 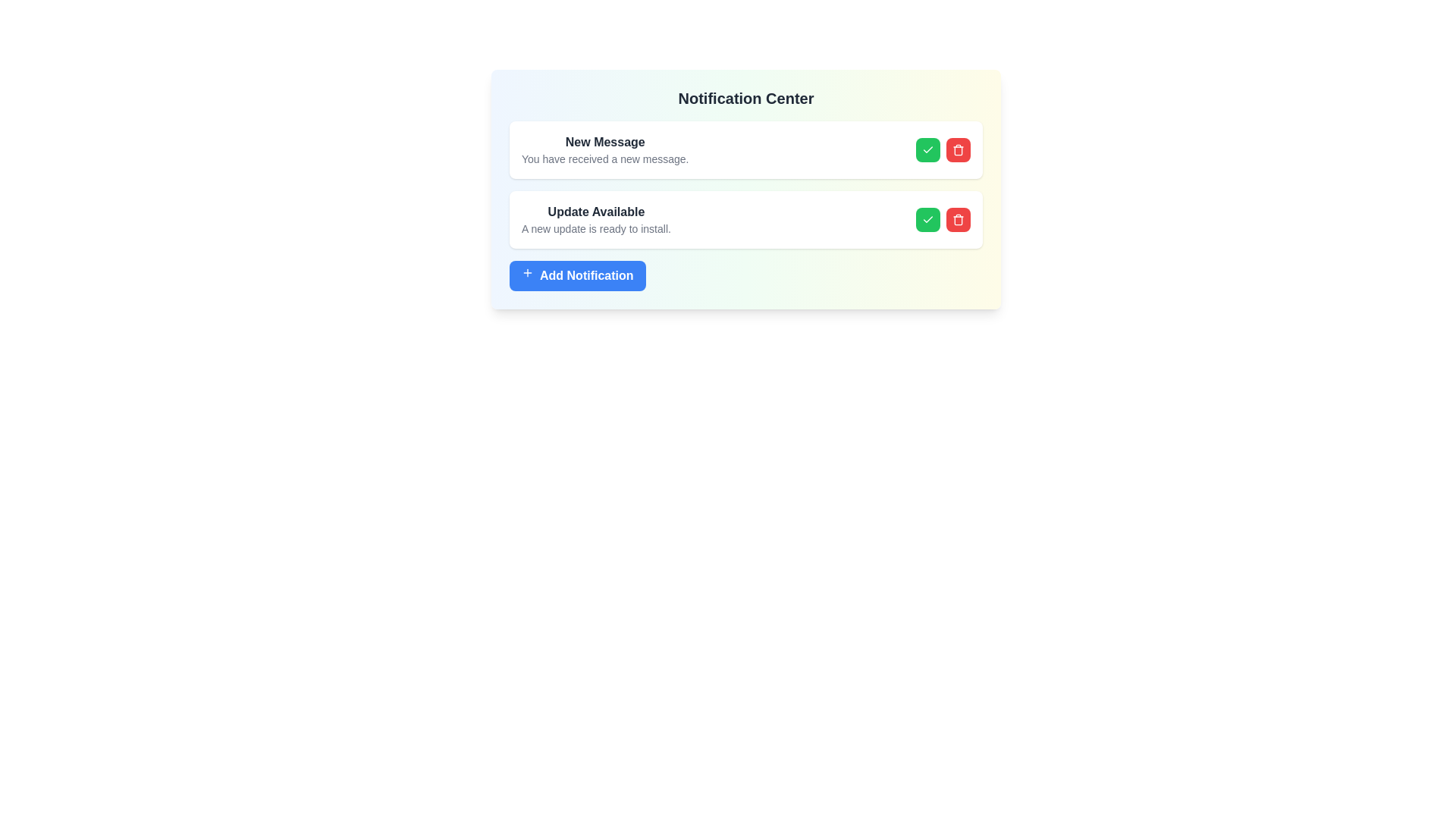 What do you see at coordinates (942, 219) in the screenshot?
I see `the green accept button located in the bottom notification card under the text 'Update Available'` at bounding box center [942, 219].